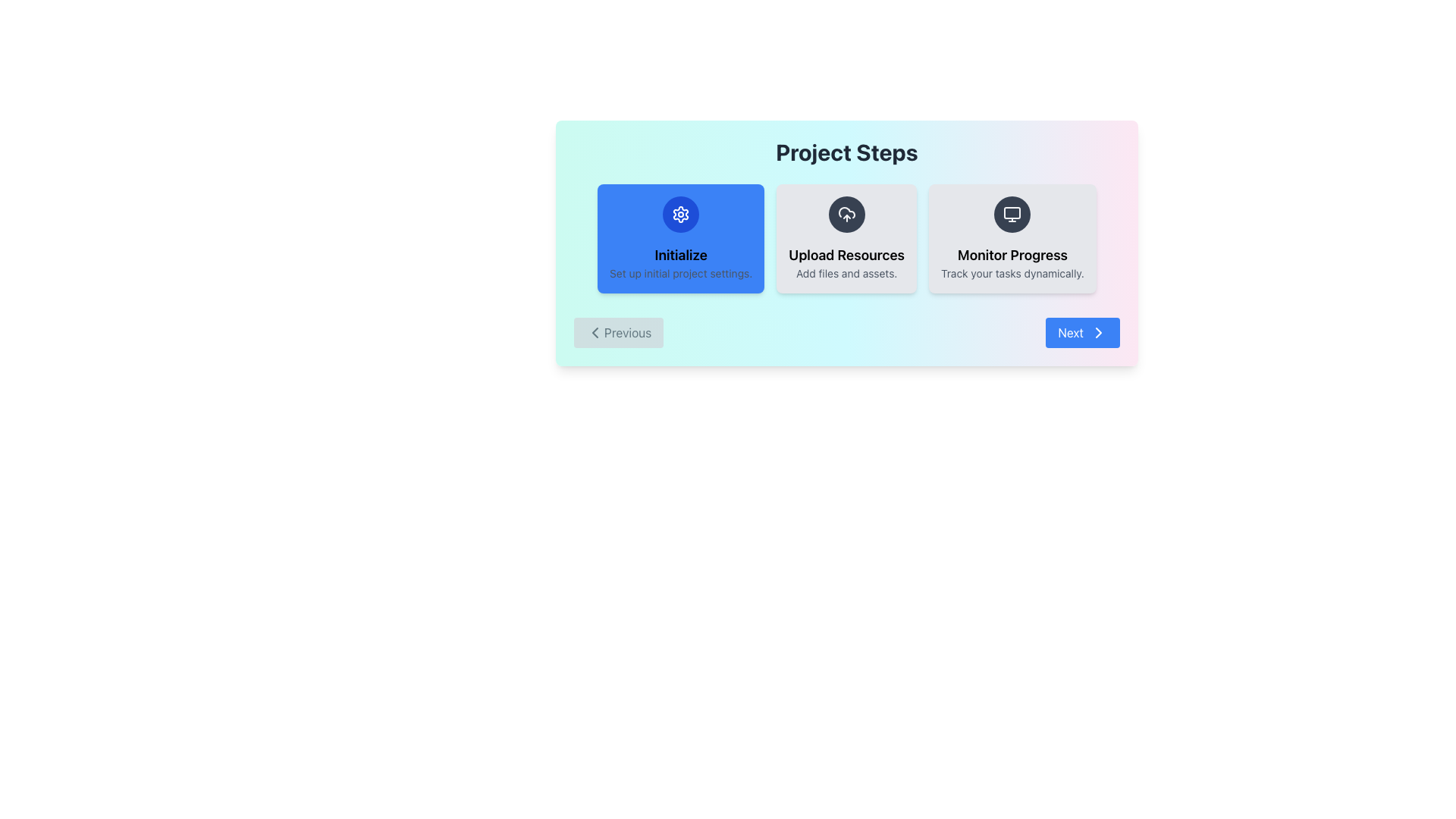  What do you see at coordinates (1082, 332) in the screenshot?
I see `the blue 'Next' button with a right arrow icon` at bounding box center [1082, 332].